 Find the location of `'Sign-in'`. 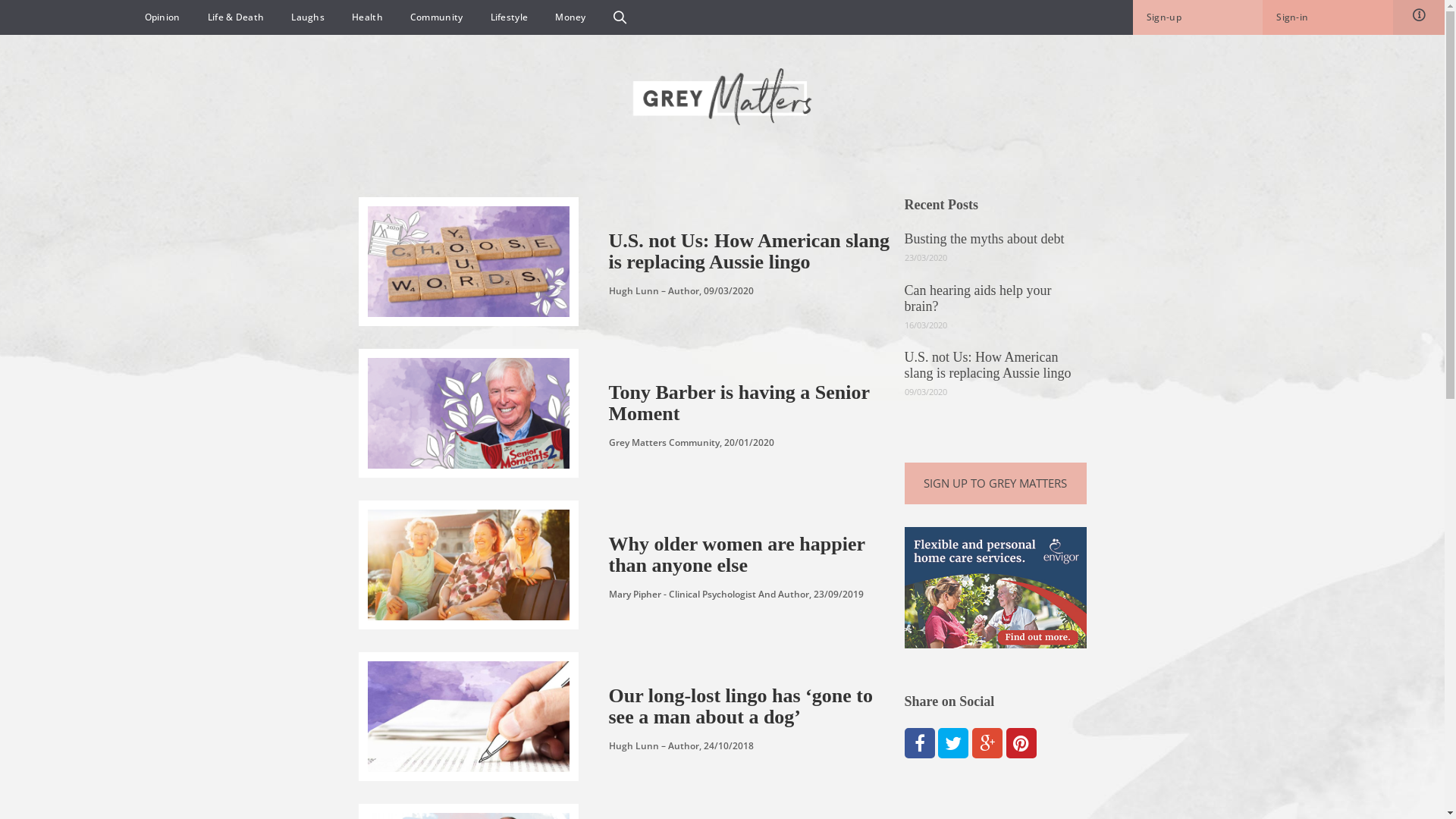

'Sign-in' is located at coordinates (1276, 17).